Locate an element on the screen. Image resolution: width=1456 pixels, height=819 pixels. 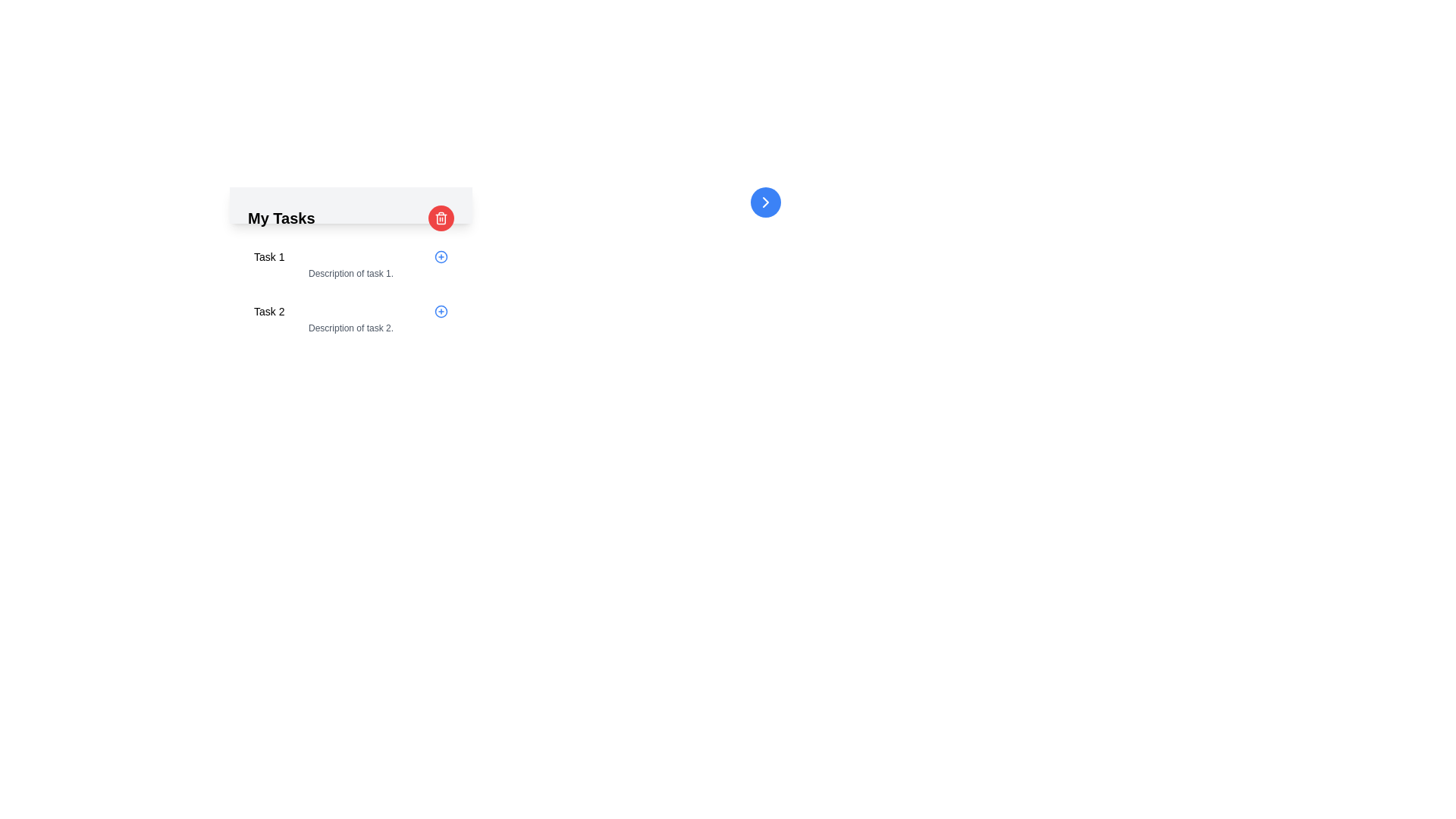
the chevron right icon, which serves as a navigational indicator is located at coordinates (765, 201).